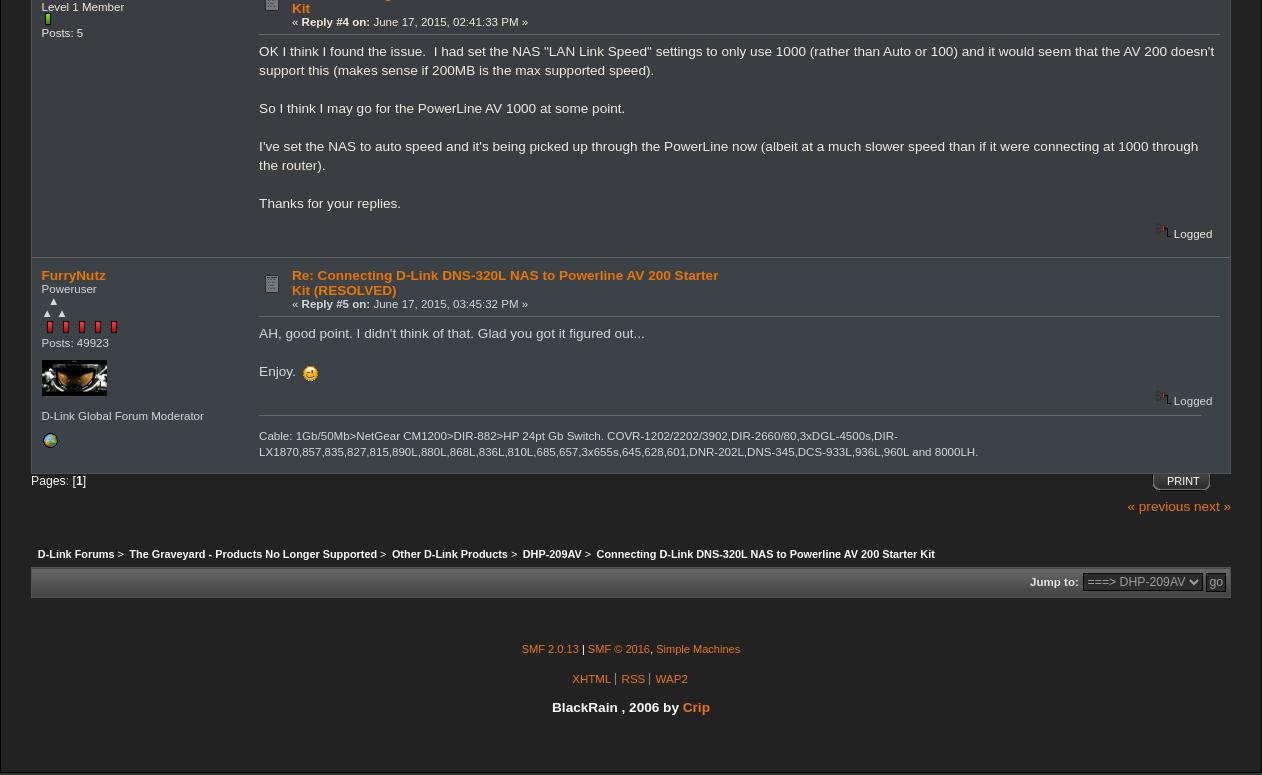  I want to click on 'I've set the NAS to auto speed and it's being picked up through the PowerLine now (albeit at a much slower speed than if it were connecting at 1000 through the router).', so click(727, 155).